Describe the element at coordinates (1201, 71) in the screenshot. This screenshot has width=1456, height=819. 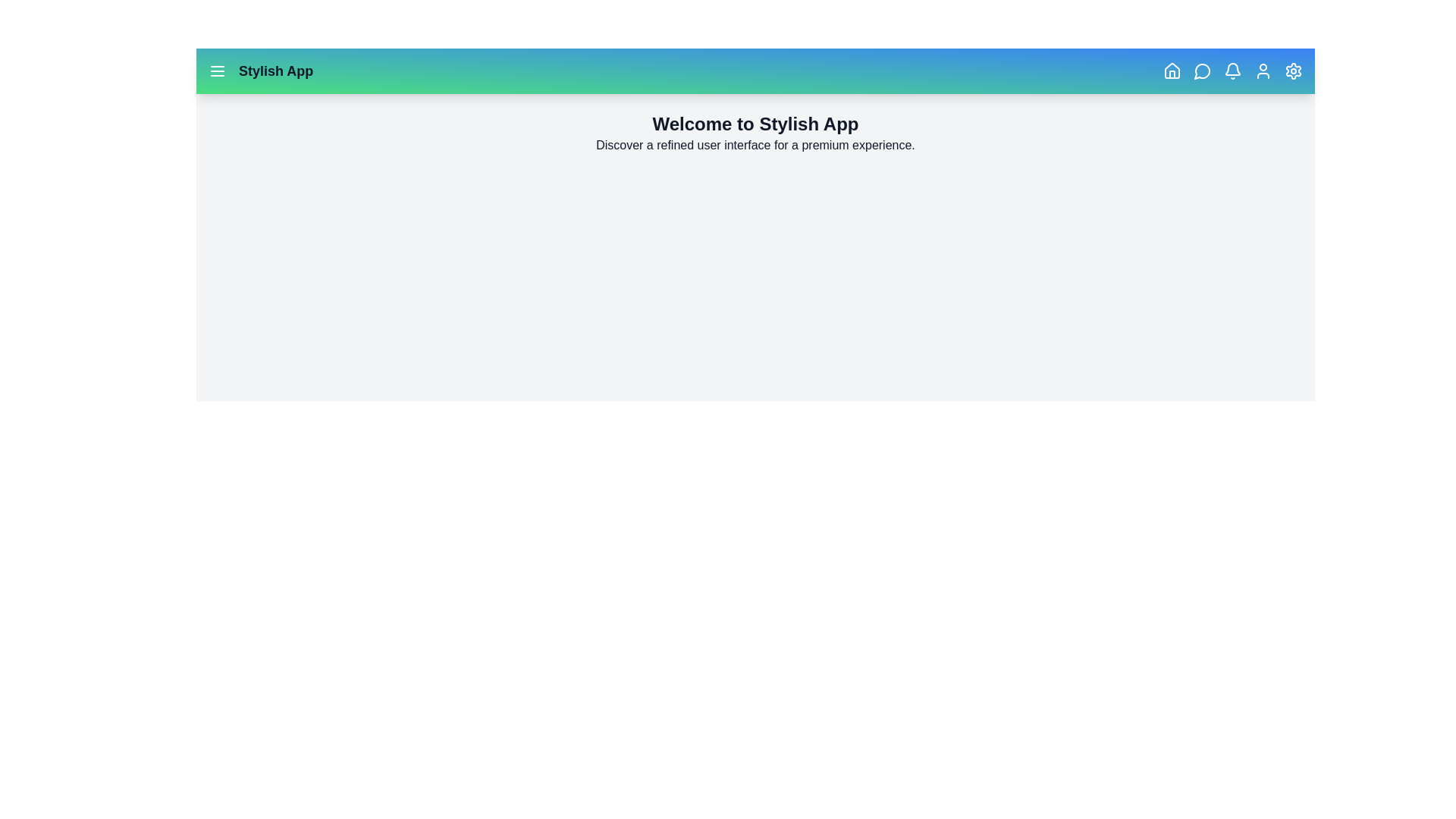
I see `the button with the MessageCircle icon to open the messaging interface` at that location.